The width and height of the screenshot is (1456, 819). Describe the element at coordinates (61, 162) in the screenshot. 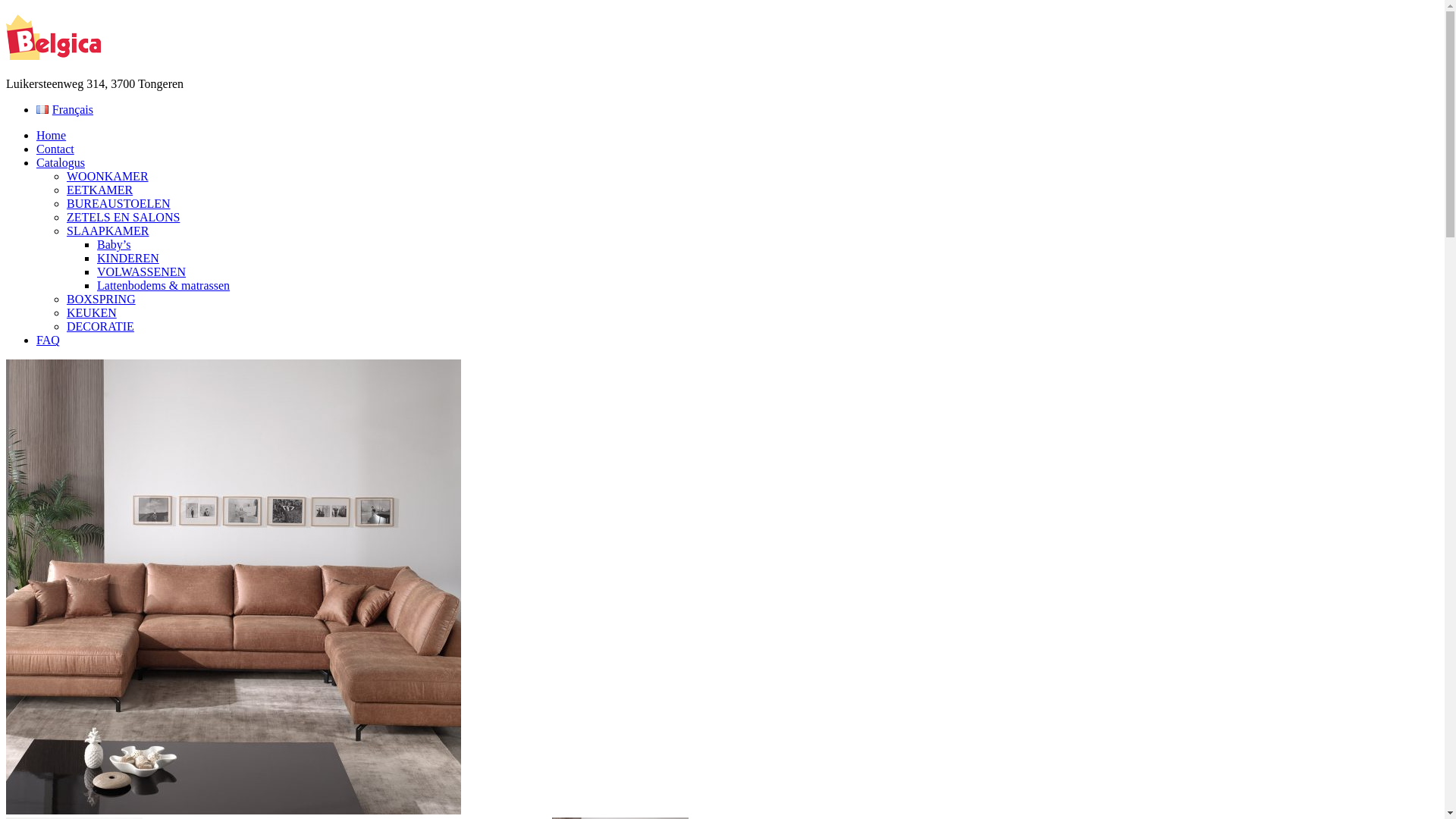

I see `'Catalogus'` at that location.